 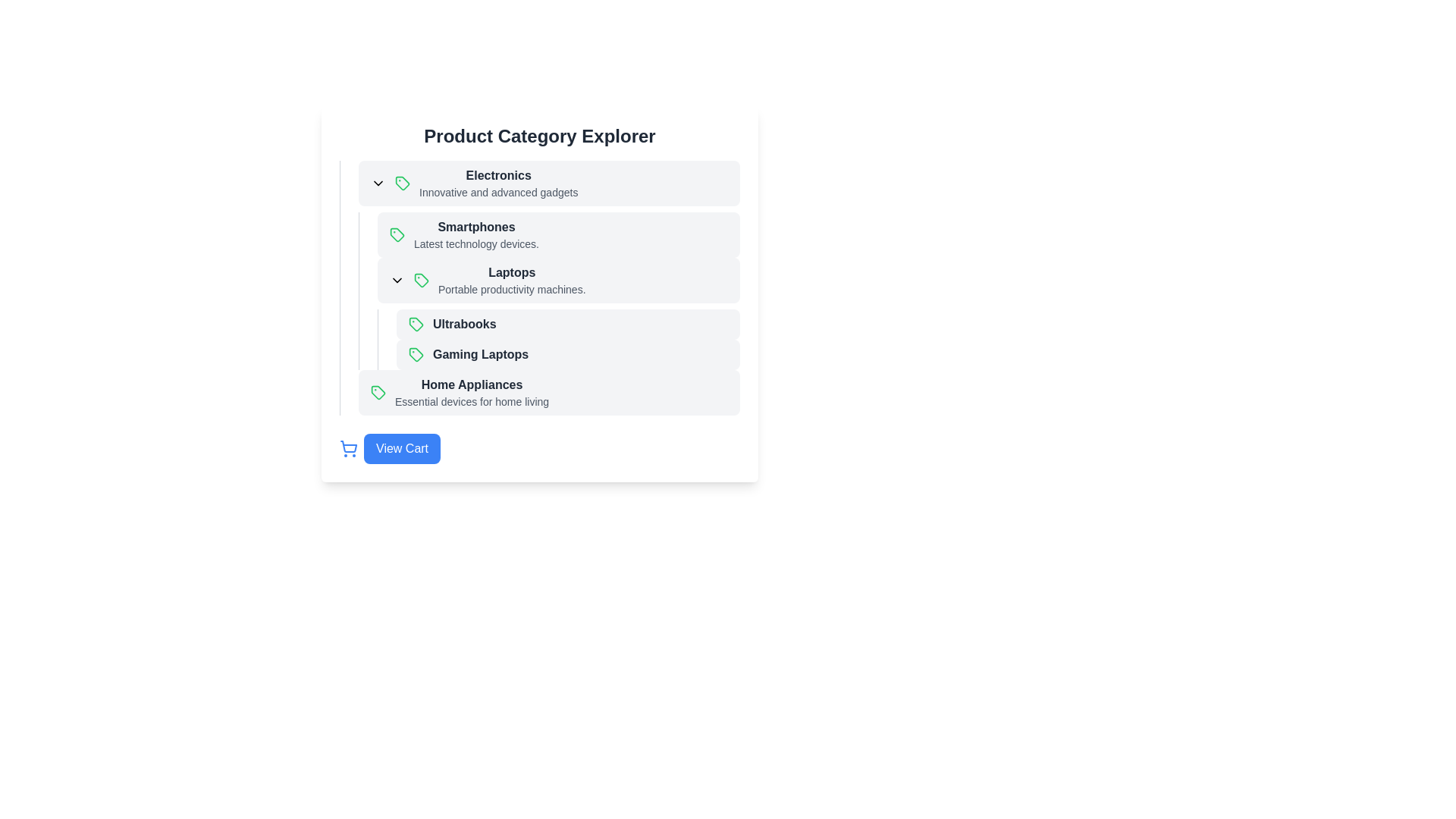 What do you see at coordinates (548, 183) in the screenshot?
I see `the first list item in the 'Product Category Explorer' section` at bounding box center [548, 183].